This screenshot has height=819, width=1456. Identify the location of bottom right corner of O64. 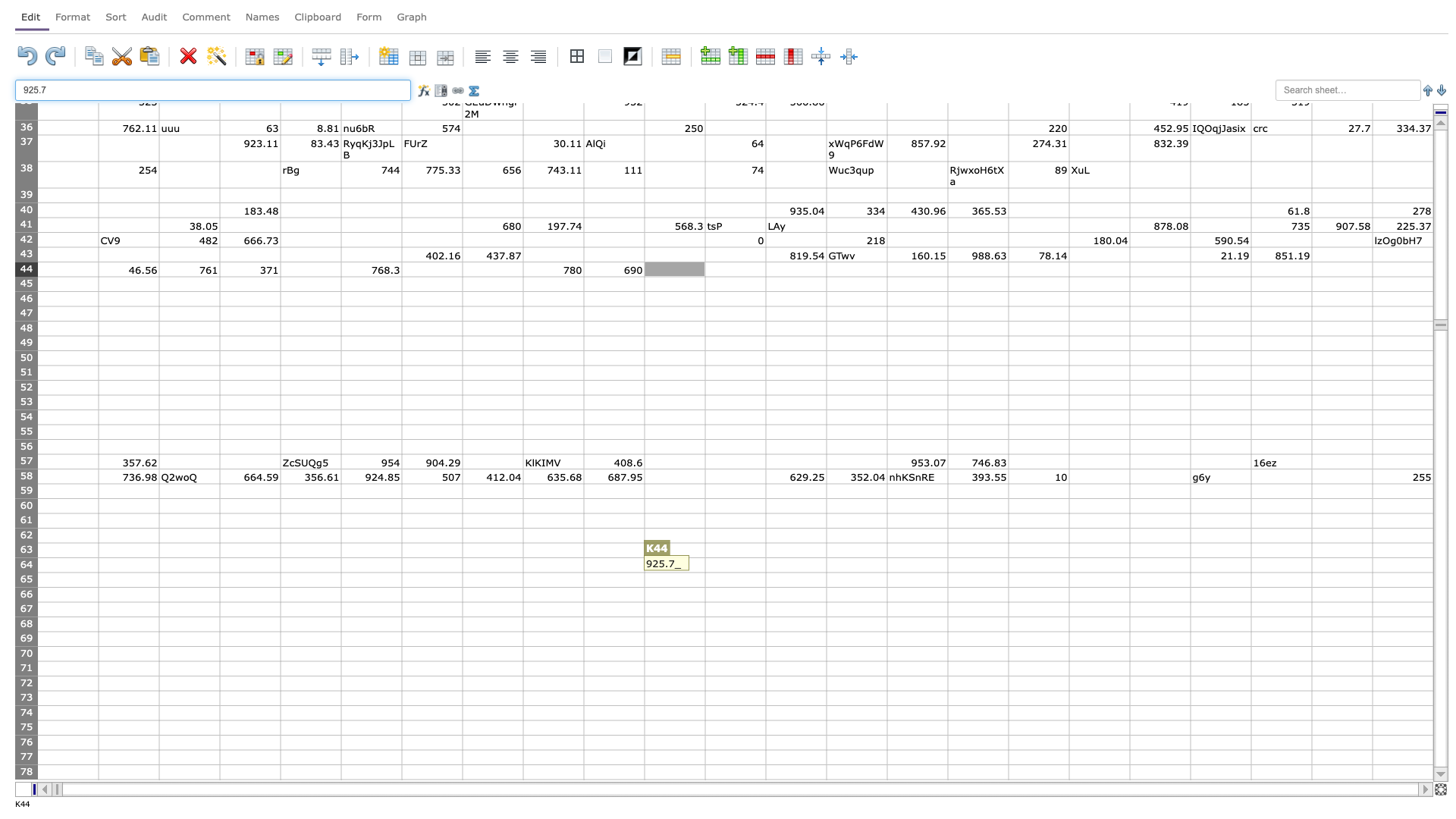
(946, 573).